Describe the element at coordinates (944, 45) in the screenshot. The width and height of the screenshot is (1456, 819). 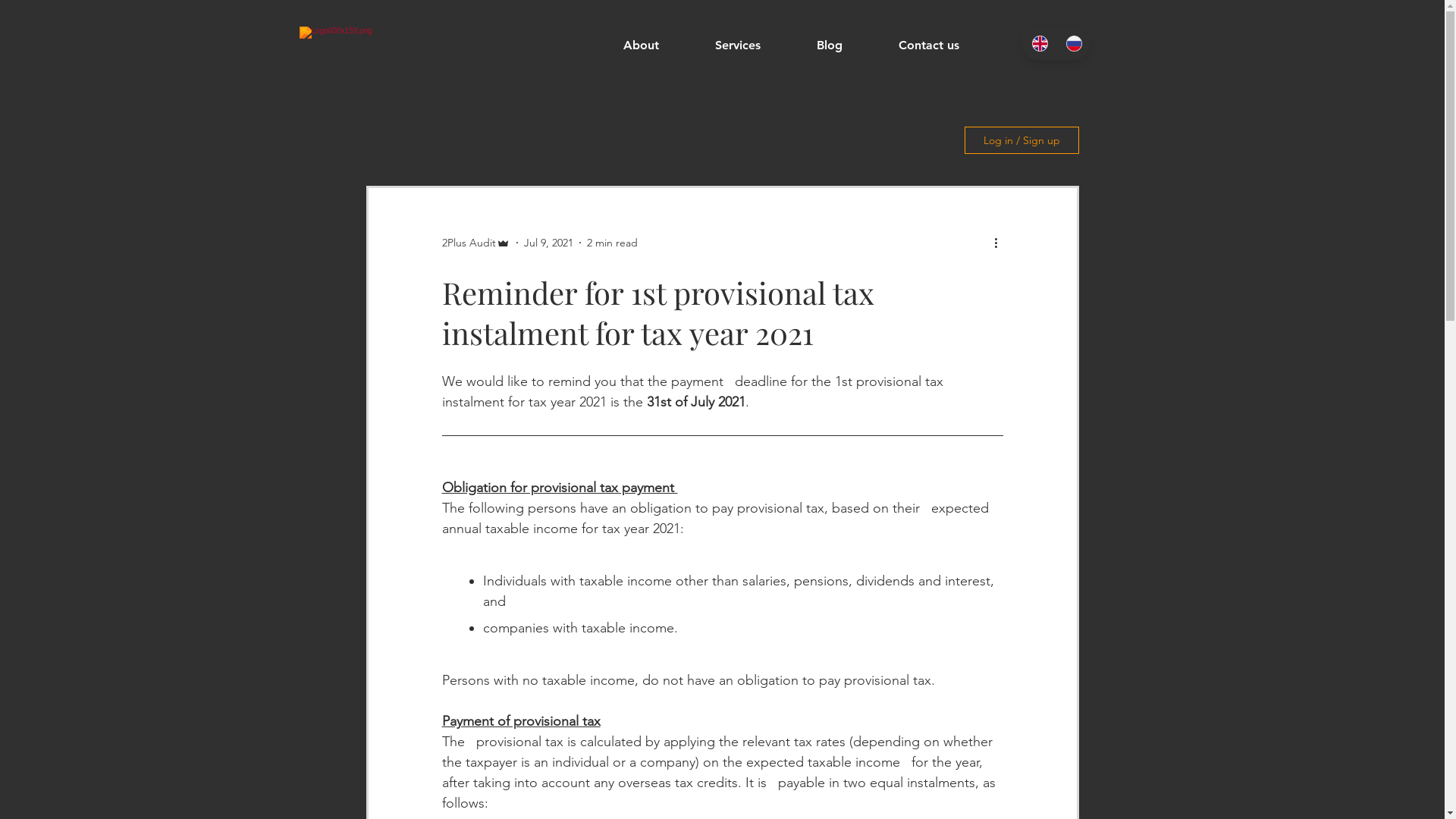
I see `'Contact us'` at that location.